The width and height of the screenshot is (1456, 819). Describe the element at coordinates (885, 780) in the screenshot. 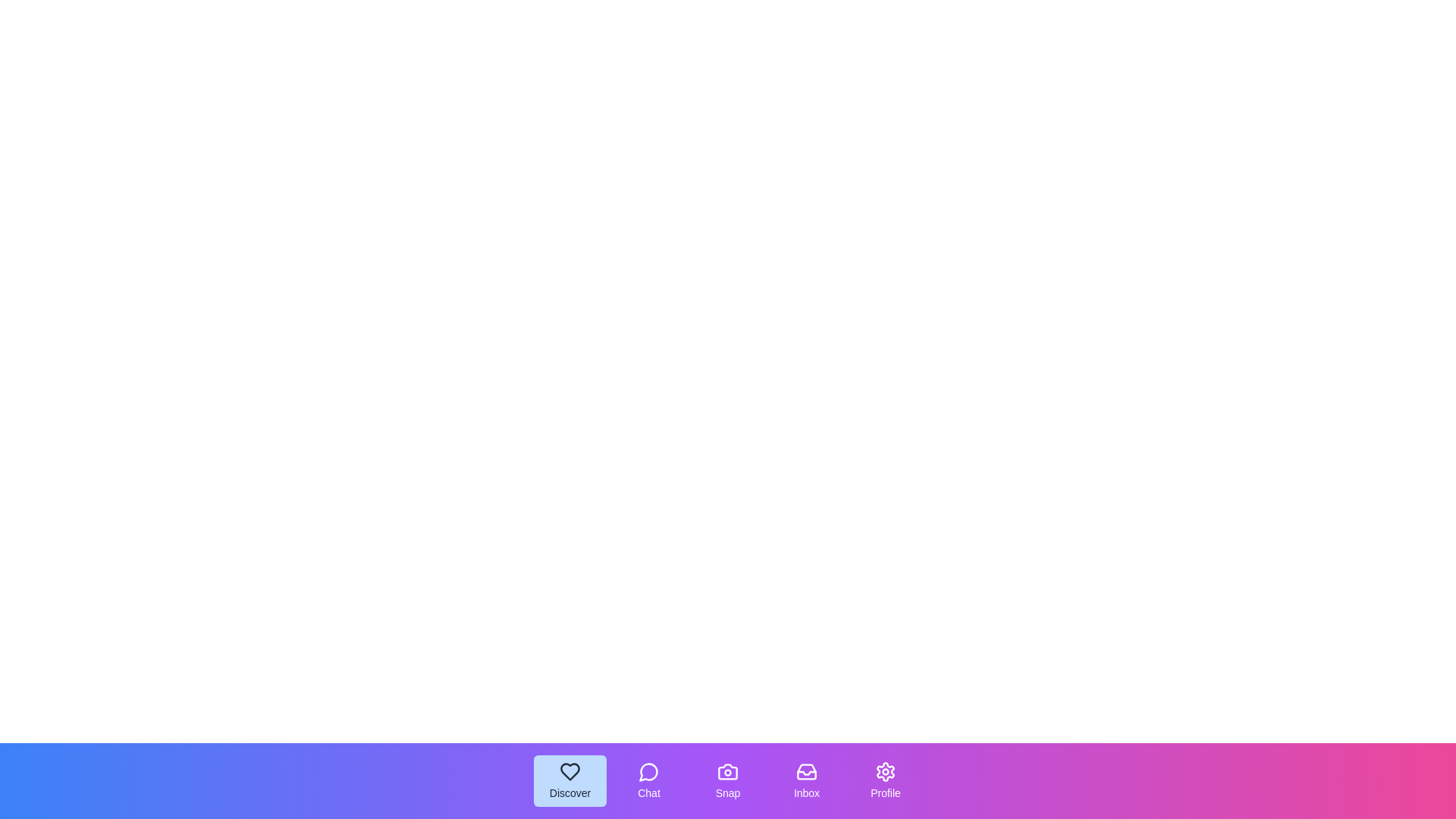

I see `the Profile tab by clicking on its button` at that location.